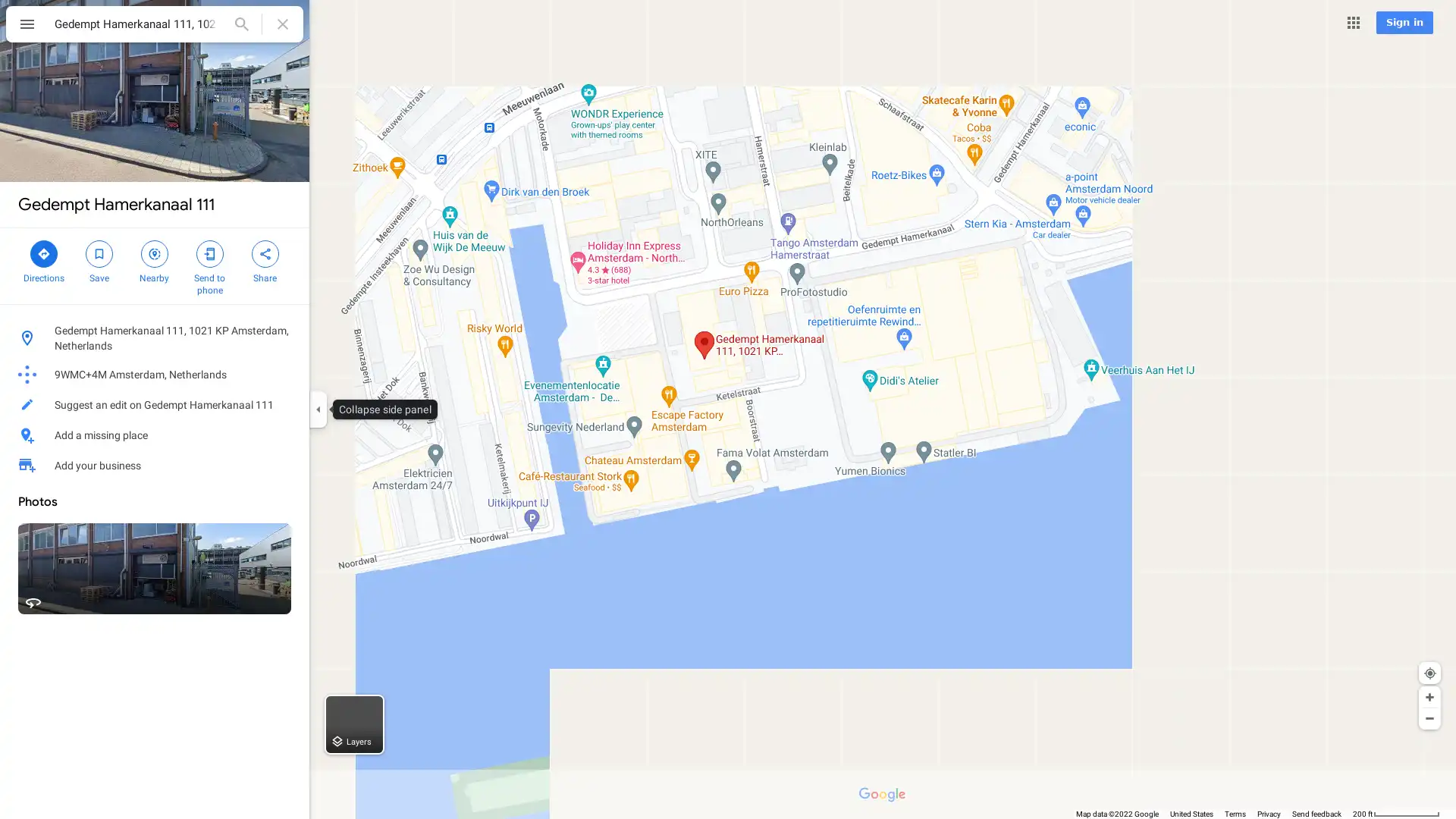  I want to click on Learn more about plus codes, so click(290, 374).